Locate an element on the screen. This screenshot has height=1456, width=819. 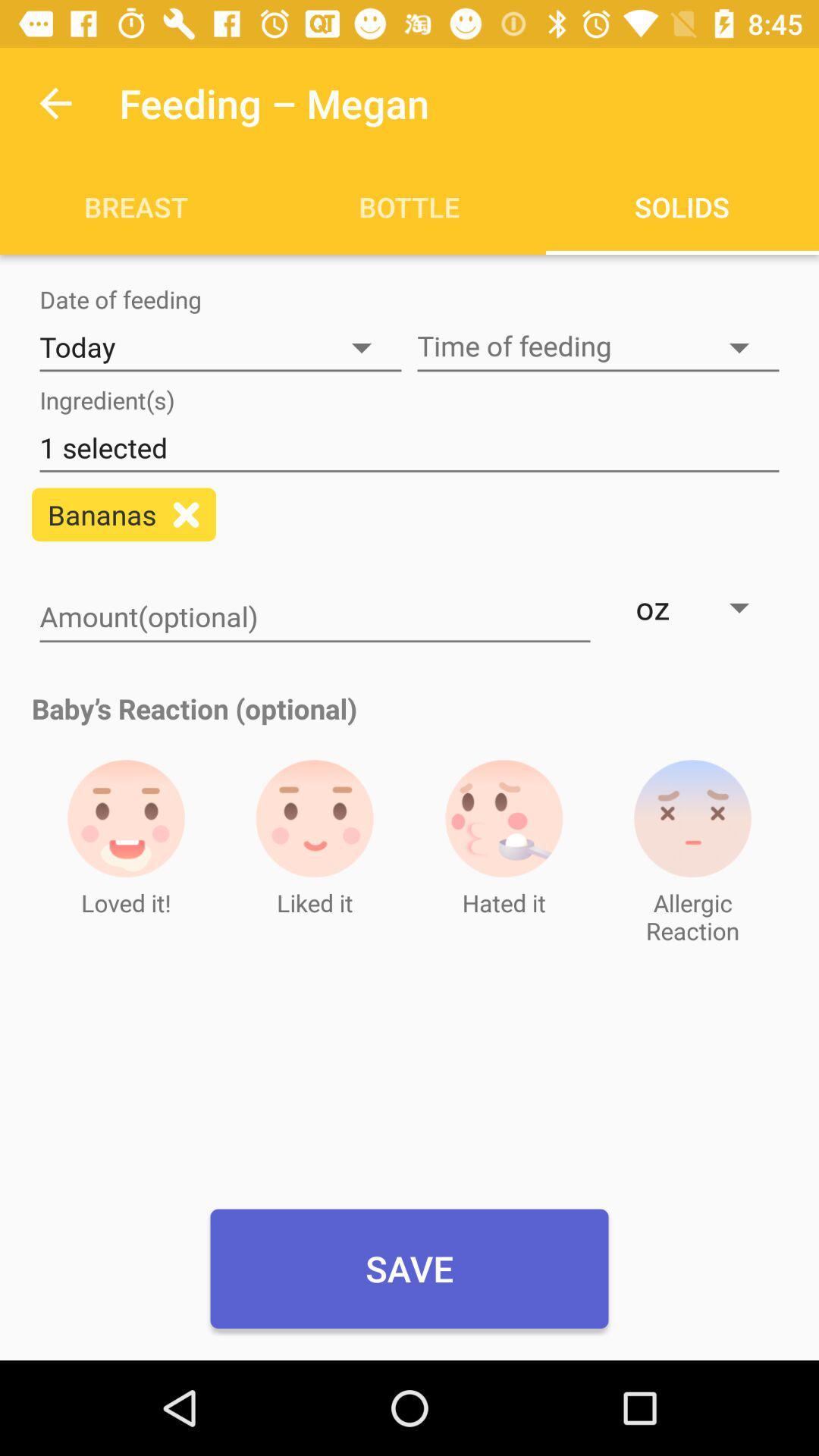
icon above the 1 selected is located at coordinates (598, 347).